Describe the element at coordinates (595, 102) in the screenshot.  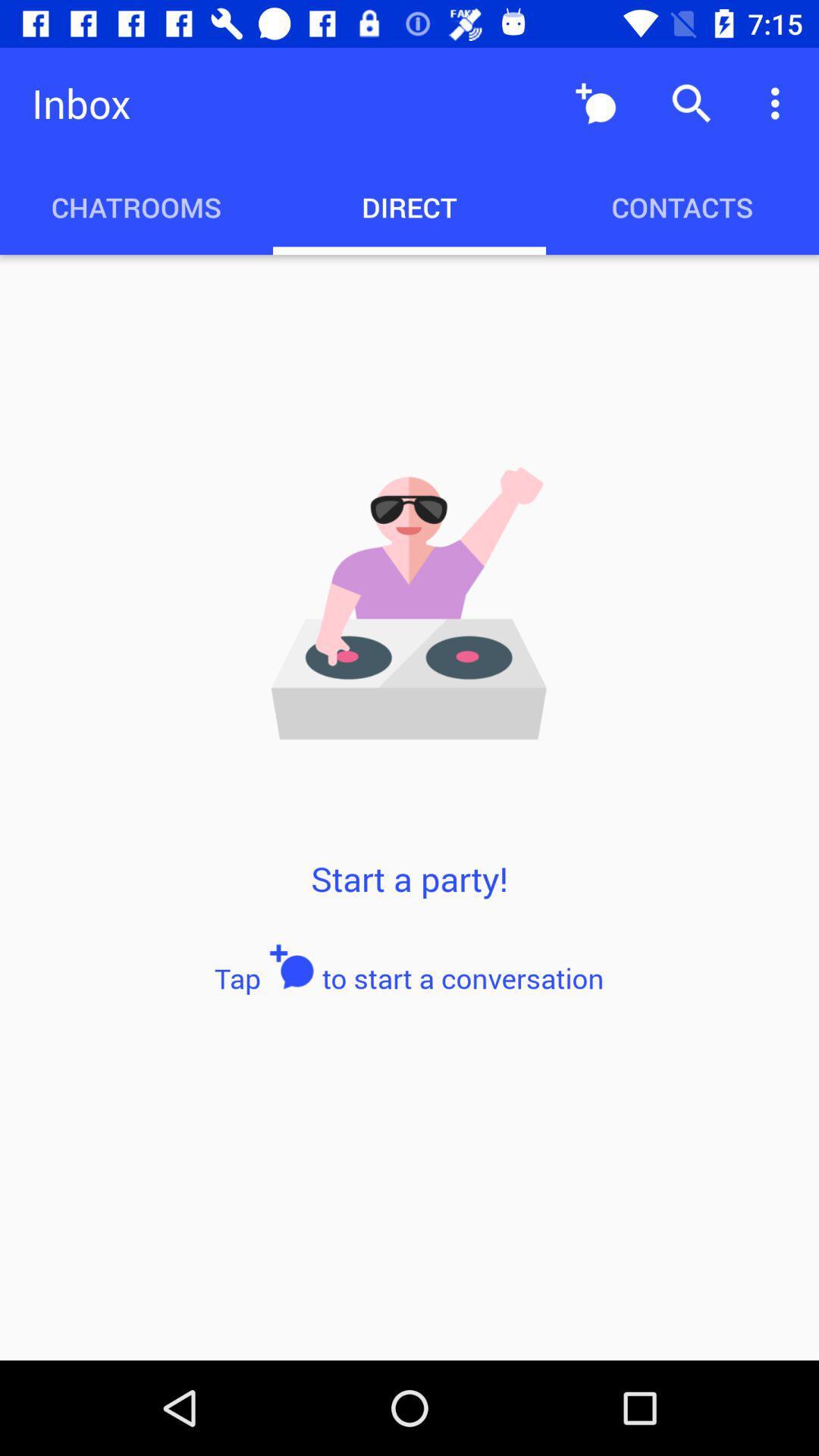
I see `item to the right of the inbox icon` at that location.